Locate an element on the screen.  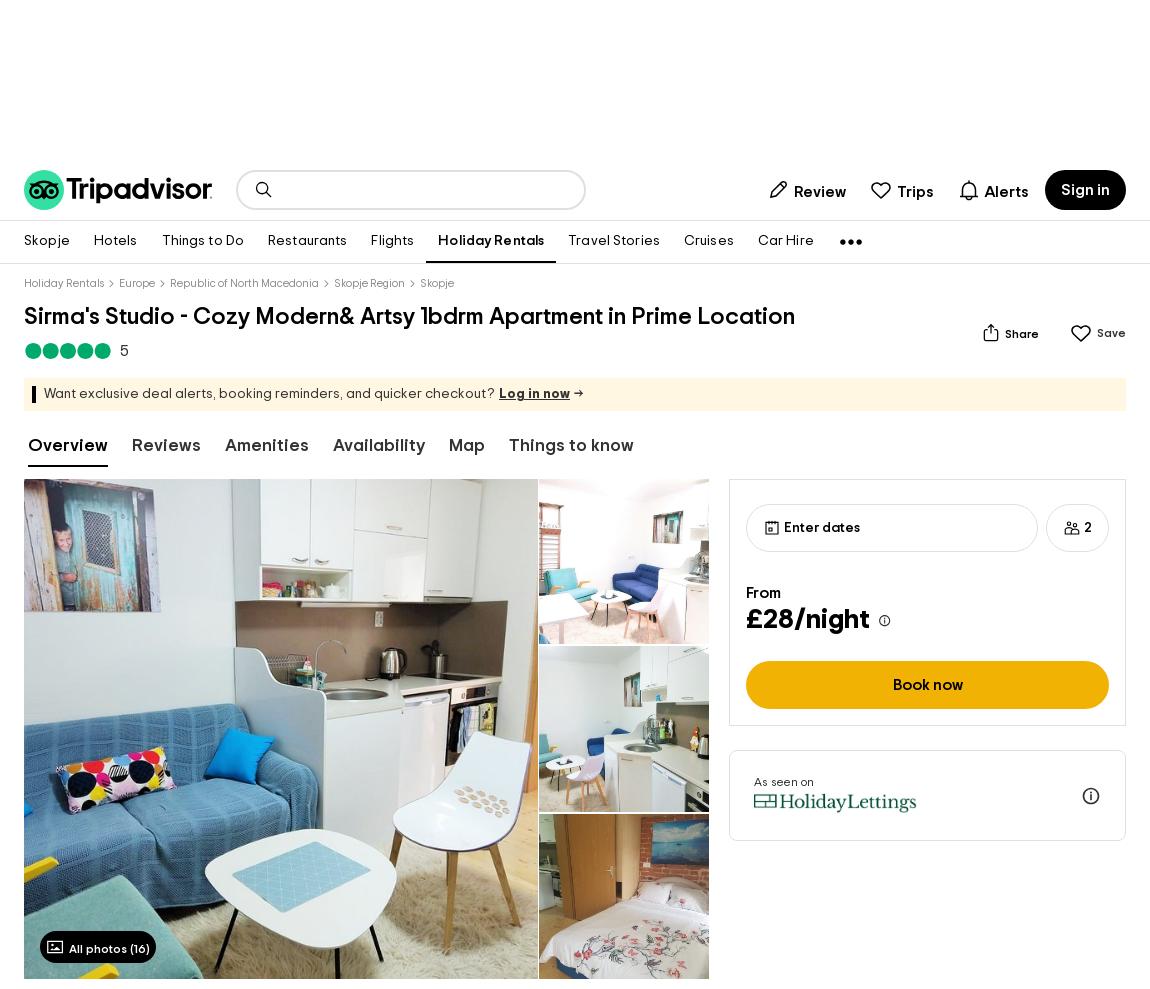
'Europe' is located at coordinates (135, 283).